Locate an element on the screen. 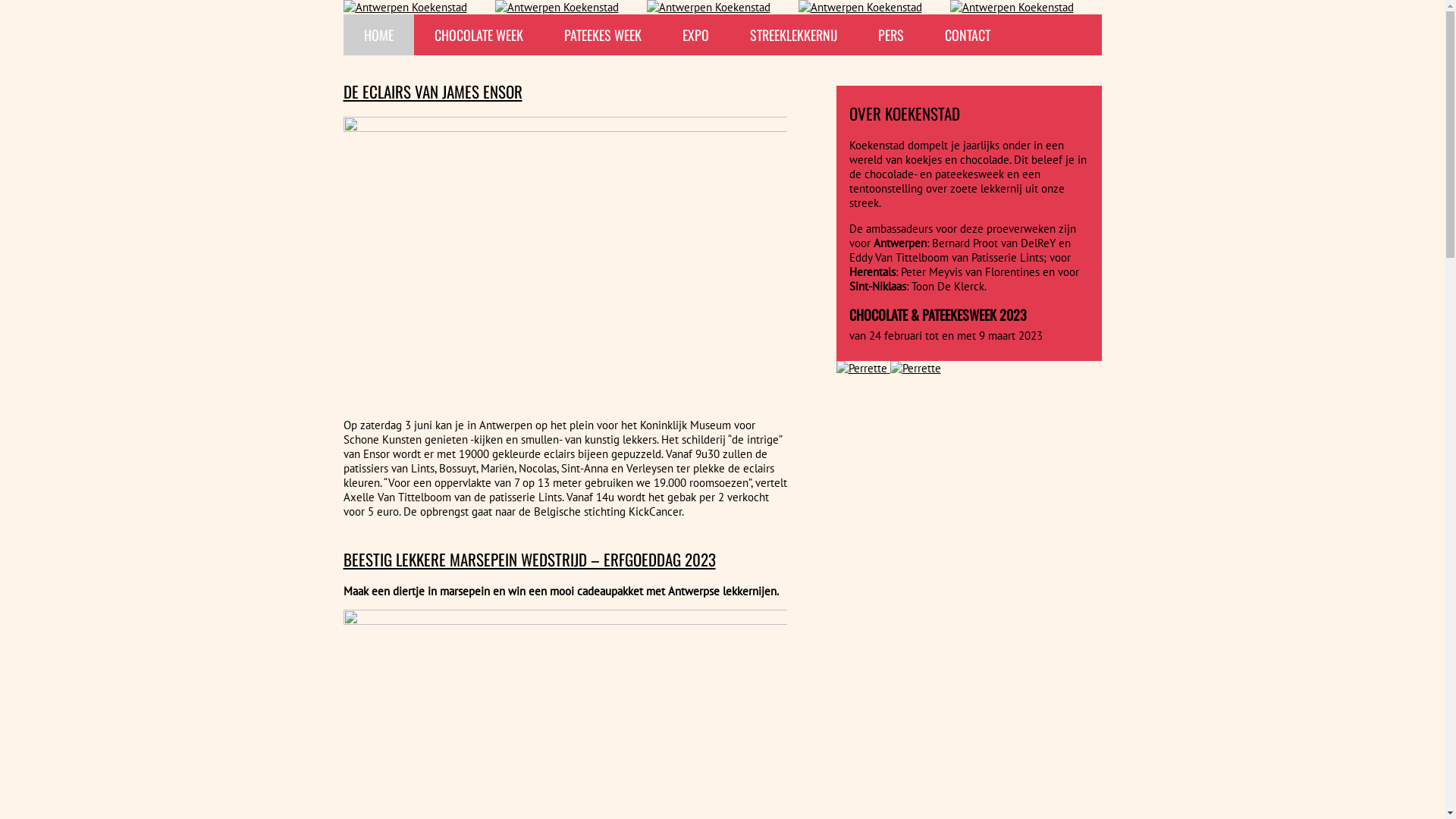  'PATEEKES WEEK' is located at coordinates (601, 34).